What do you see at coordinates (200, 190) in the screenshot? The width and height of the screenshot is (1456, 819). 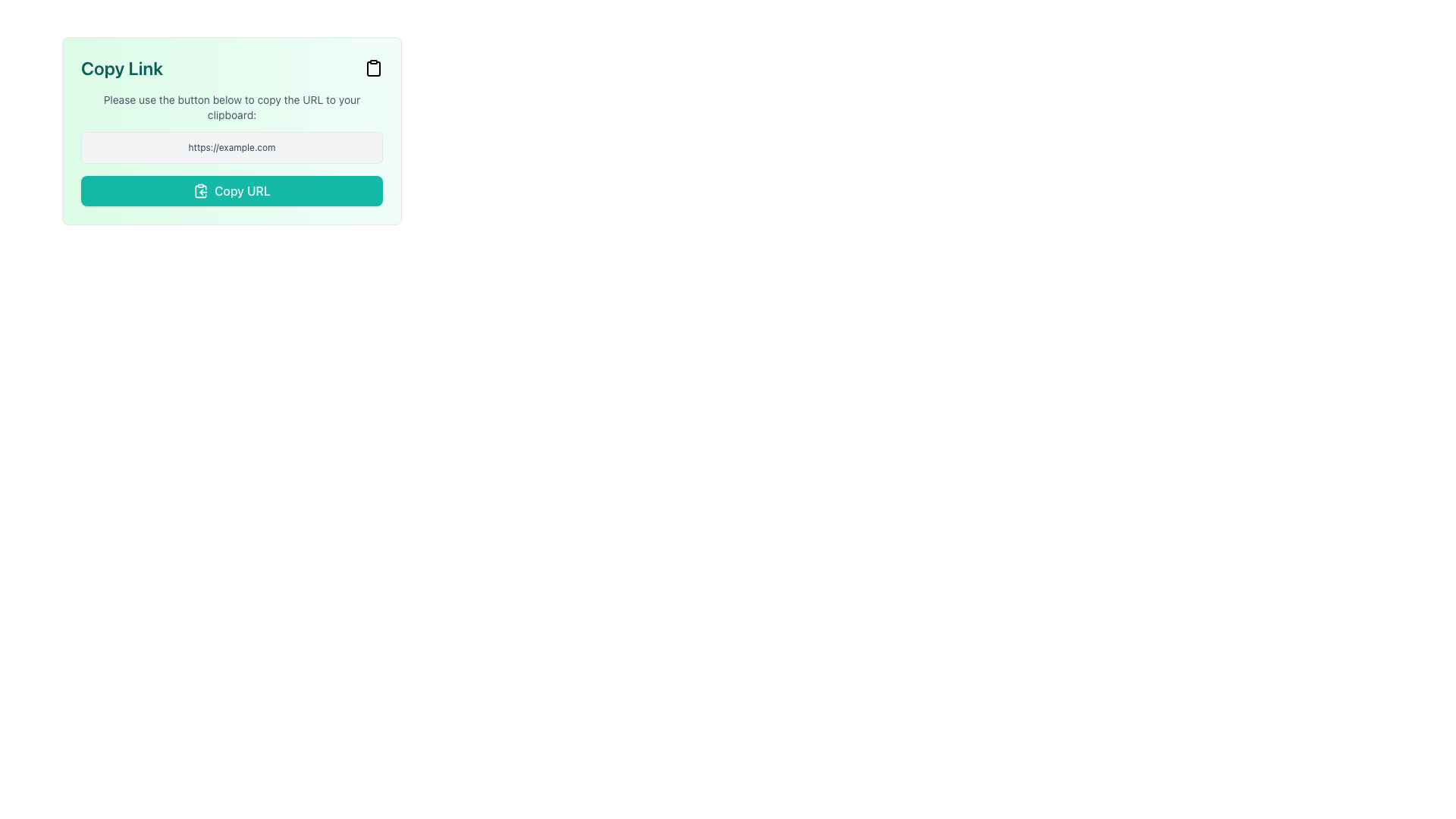 I see `the clipboard icon located to the right of the 'Copy Link' text header in the top-left region of the interface` at bounding box center [200, 190].